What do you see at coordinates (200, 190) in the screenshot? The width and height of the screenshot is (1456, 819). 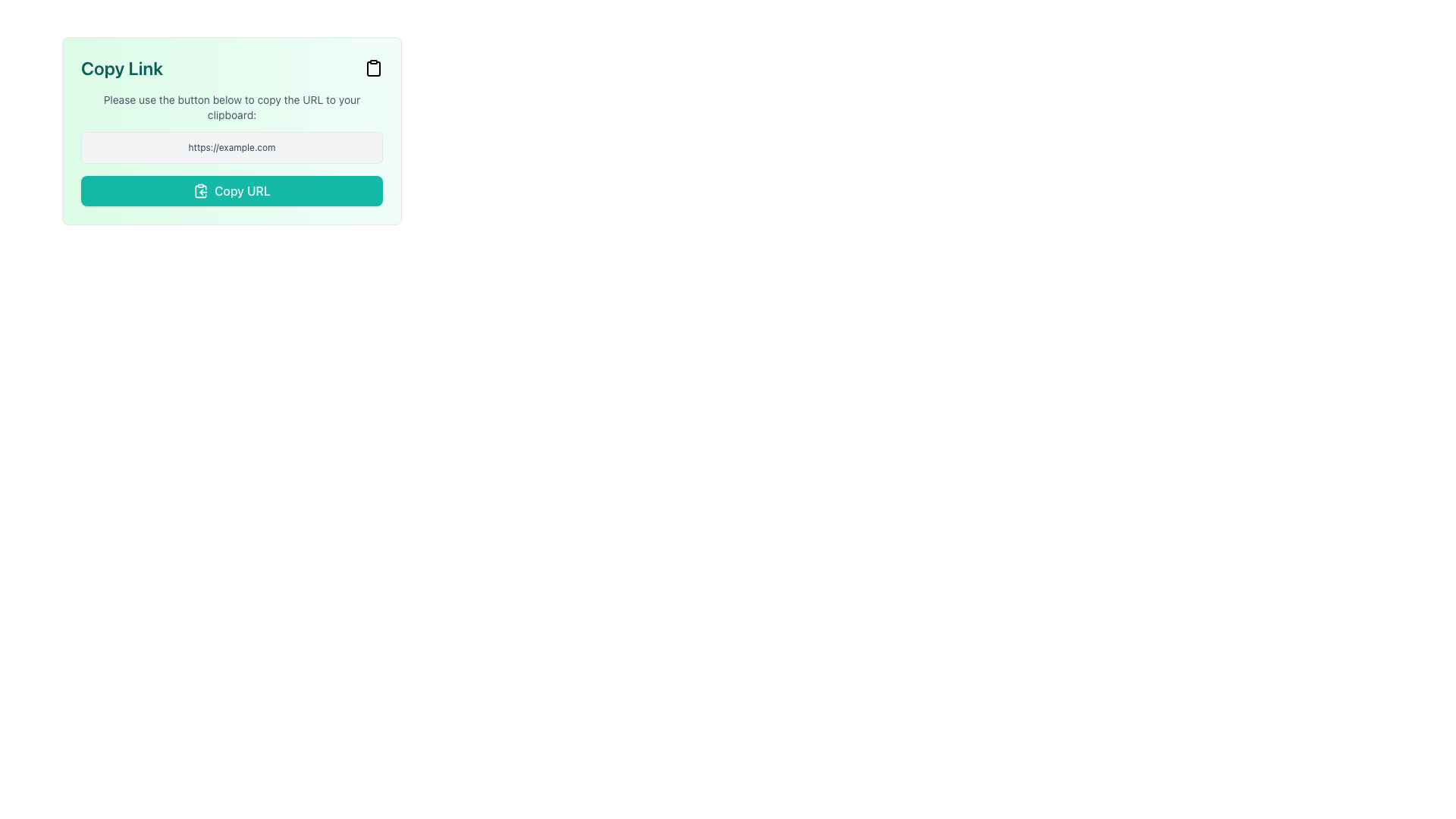 I see `the clipboard icon located to the right of the 'Copy Link' text header in the top-left region of the interface` at bounding box center [200, 190].